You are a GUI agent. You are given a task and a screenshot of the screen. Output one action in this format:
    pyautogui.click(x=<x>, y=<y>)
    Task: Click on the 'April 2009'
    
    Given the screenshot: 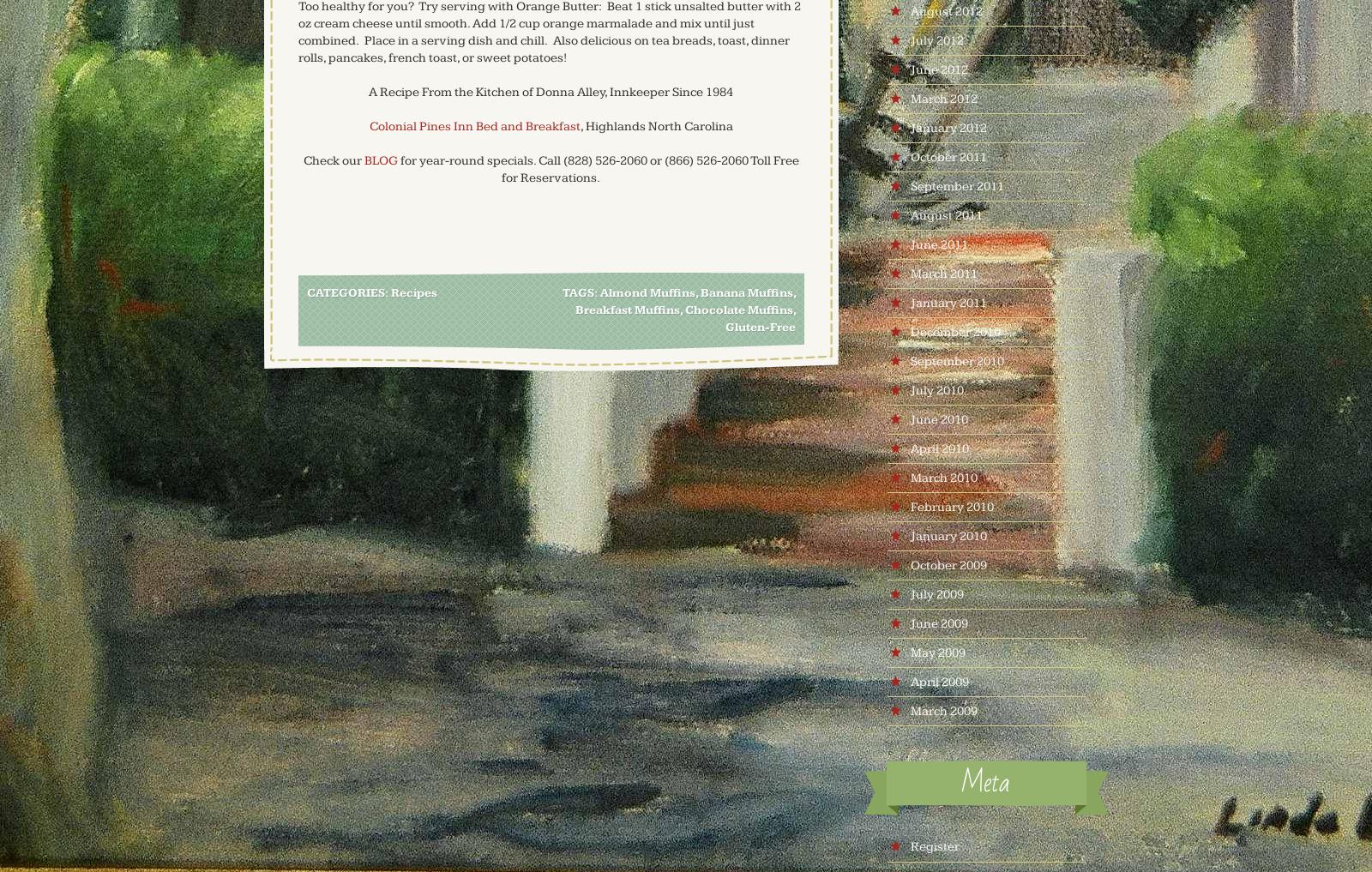 What is the action you would take?
    pyautogui.click(x=939, y=681)
    